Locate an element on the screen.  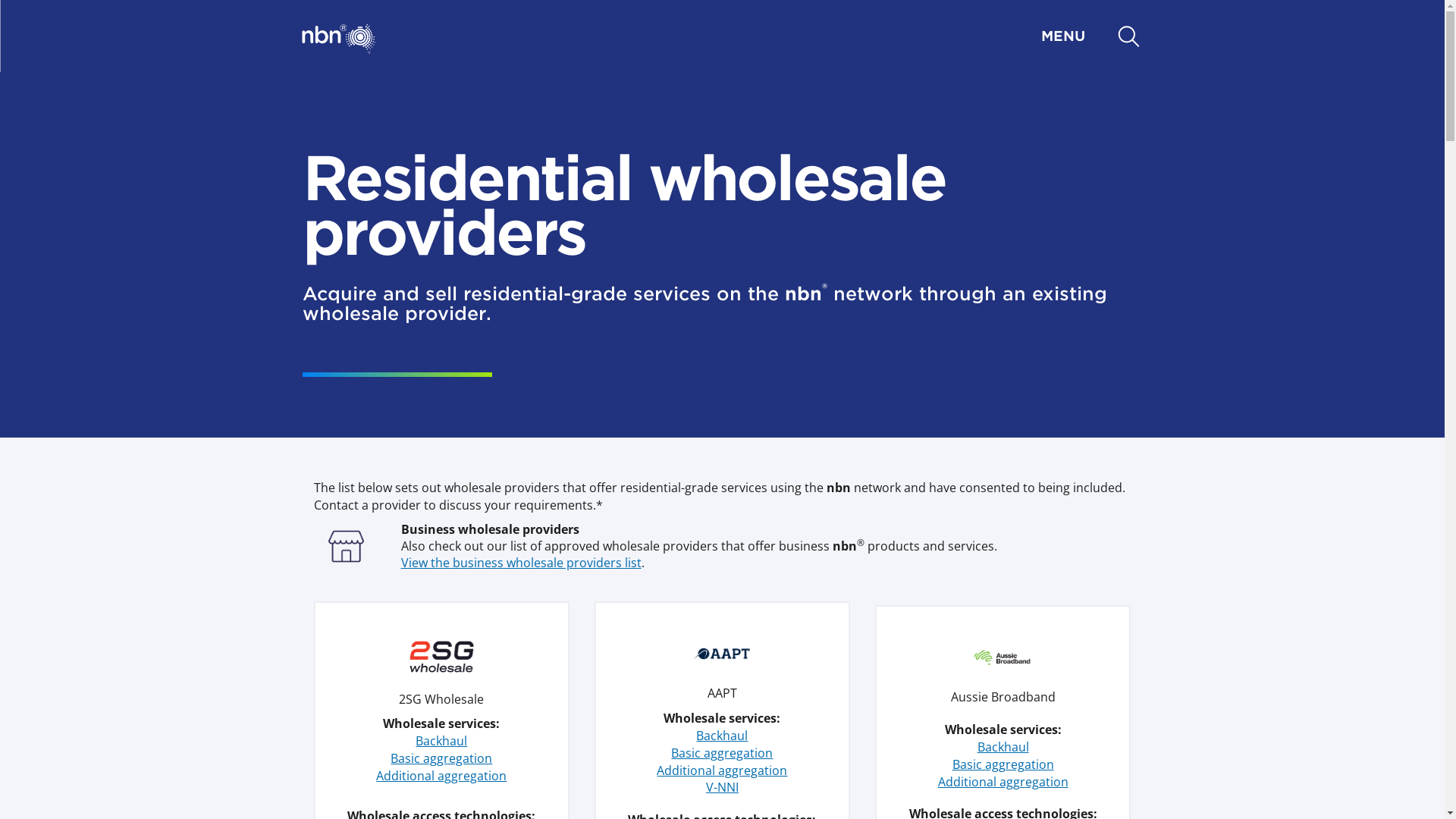
'Backhaul' is located at coordinates (720, 734).